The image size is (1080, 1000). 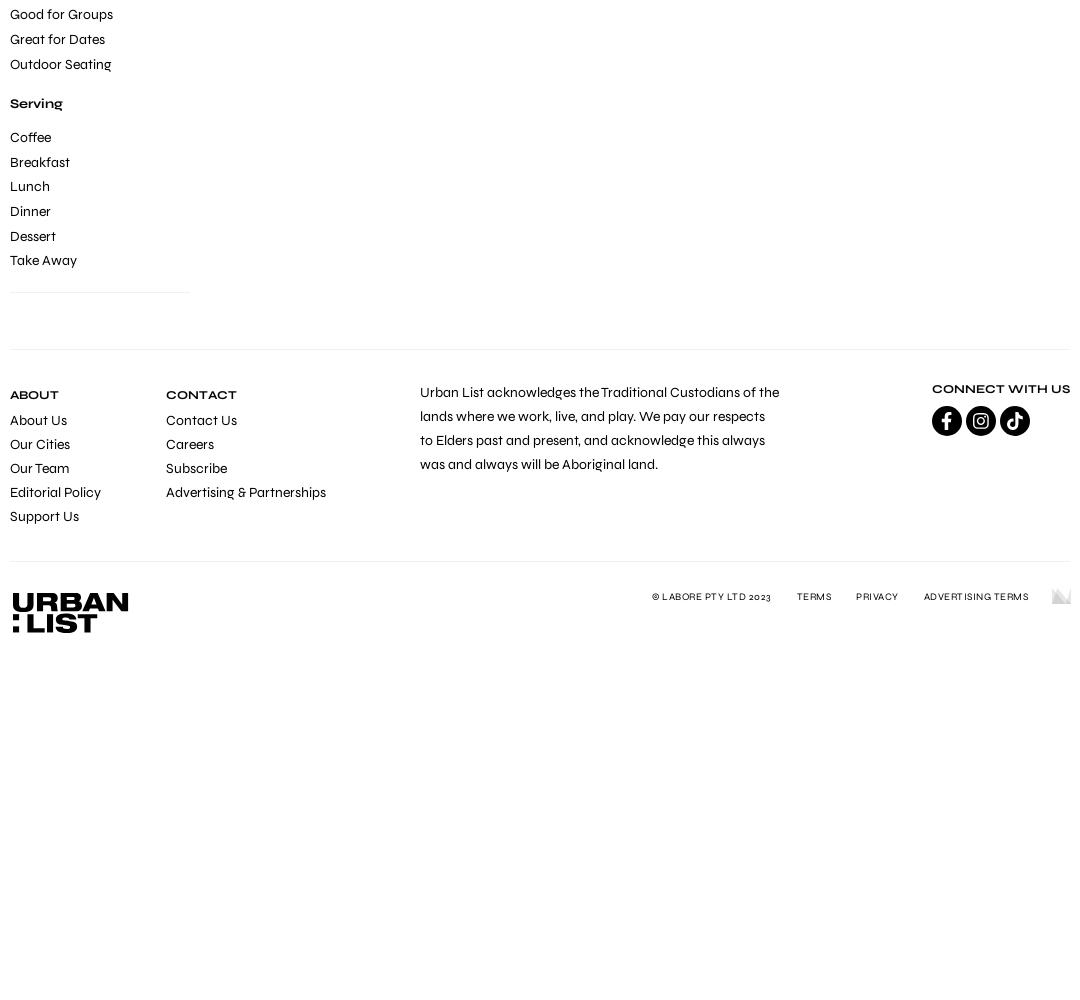 I want to click on 'Careers', so click(x=189, y=443).